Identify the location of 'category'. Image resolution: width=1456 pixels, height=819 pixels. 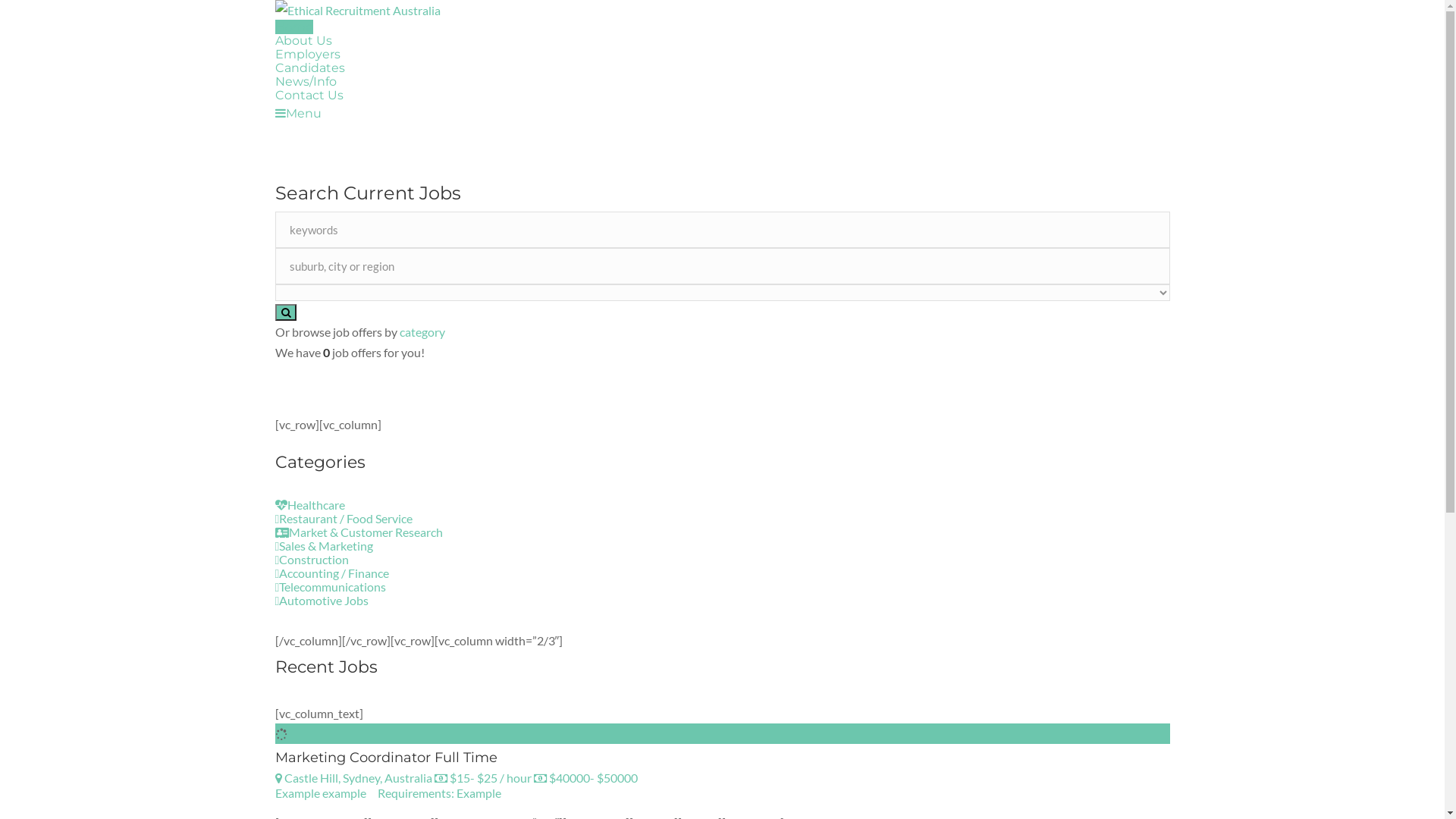
(422, 331).